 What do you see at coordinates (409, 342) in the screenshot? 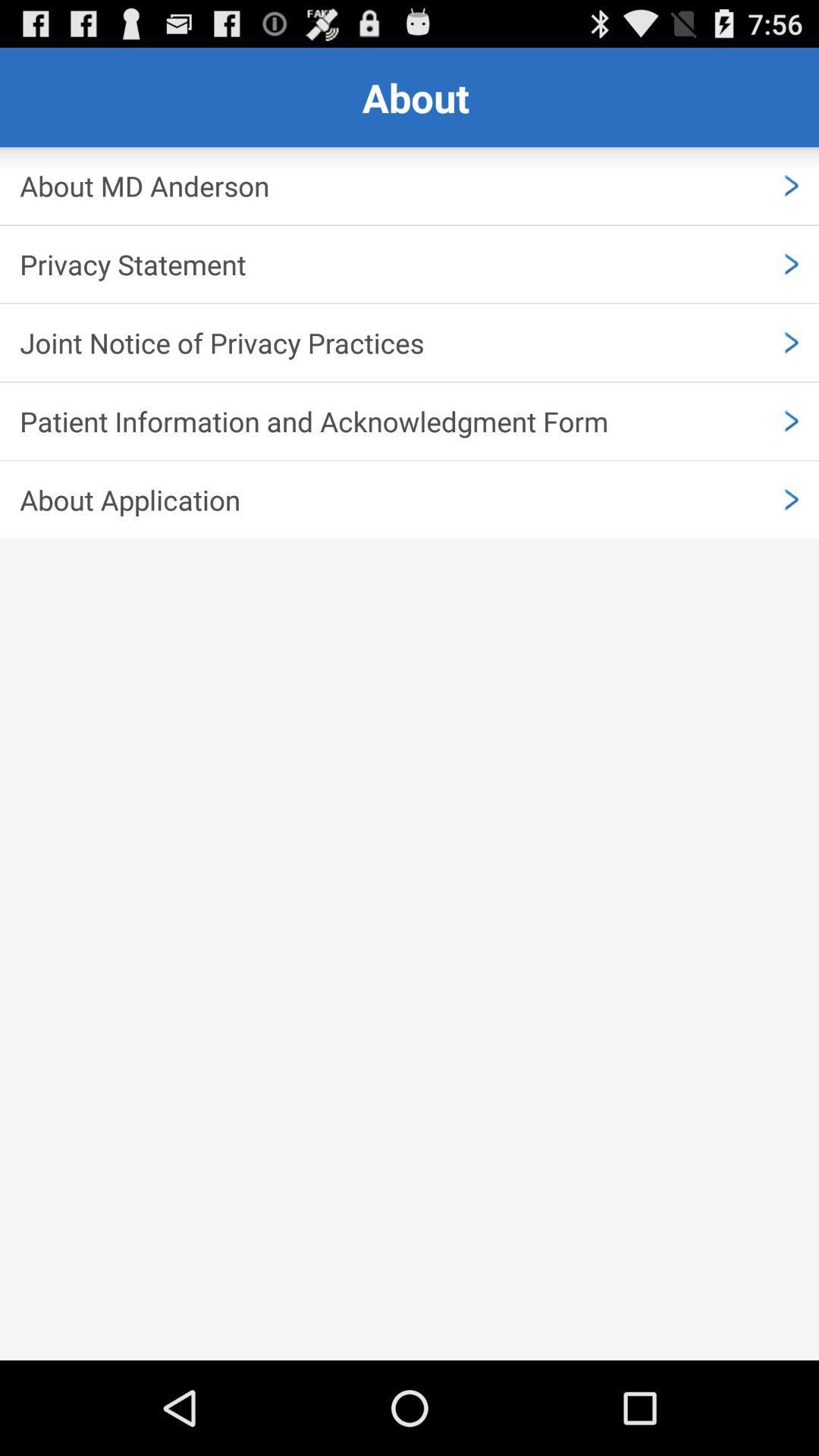
I see `item below privacy statement icon` at bounding box center [409, 342].